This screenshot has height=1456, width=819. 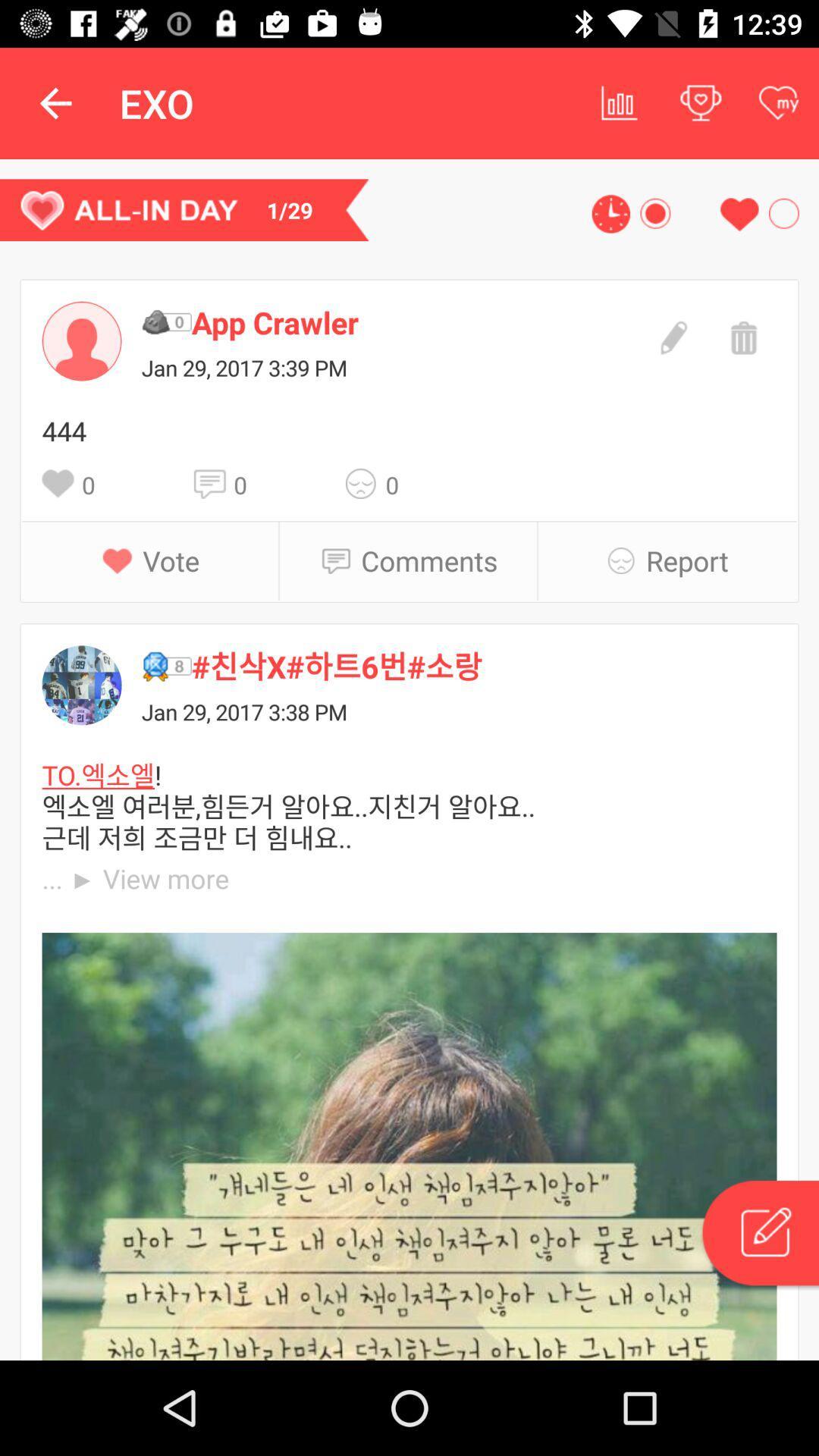 What do you see at coordinates (366, 482) in the screenshot?
I see `reaction` at bounding box center [366, 482].